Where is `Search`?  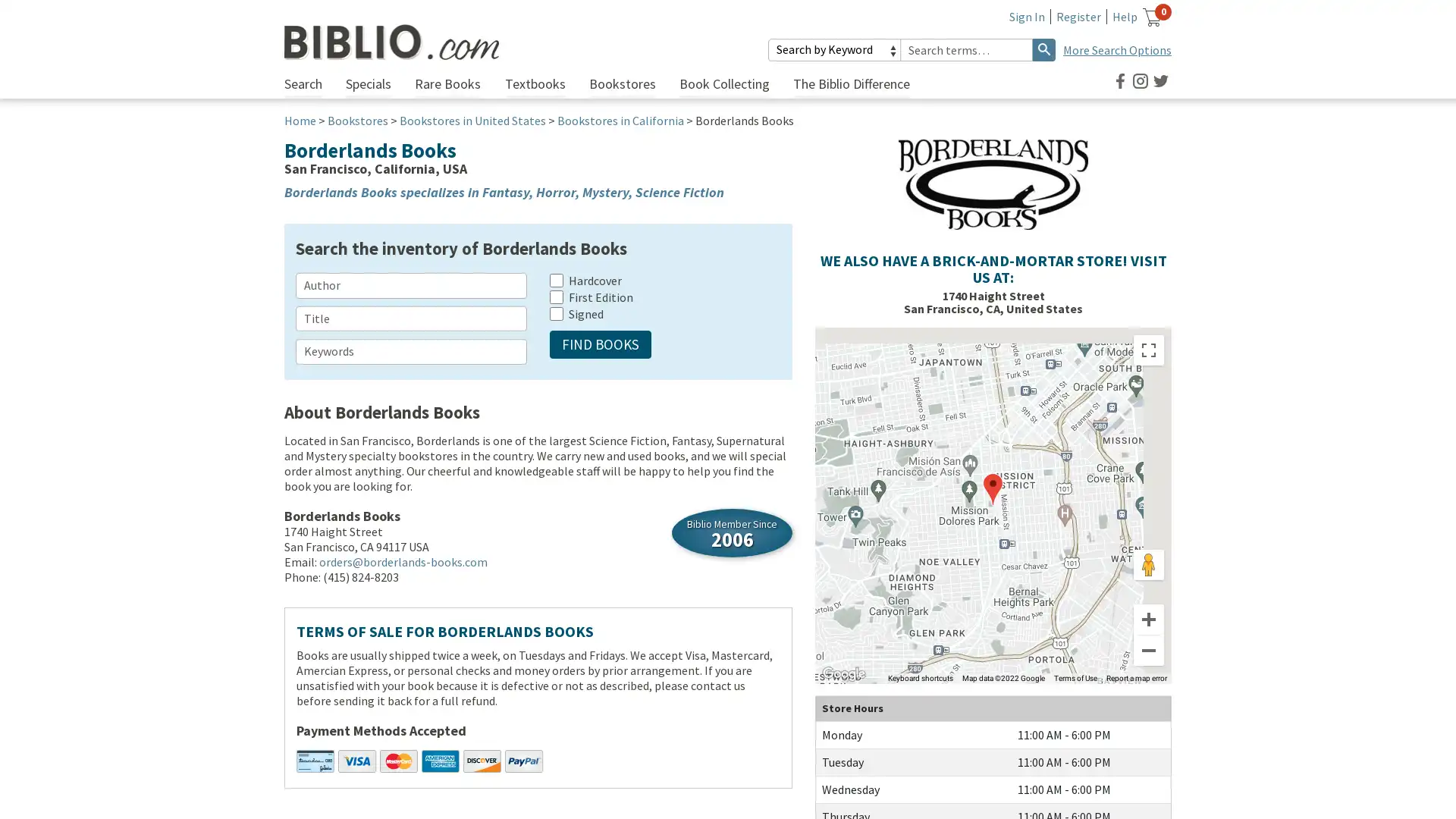 Search is located at coordinates (1043, 49).